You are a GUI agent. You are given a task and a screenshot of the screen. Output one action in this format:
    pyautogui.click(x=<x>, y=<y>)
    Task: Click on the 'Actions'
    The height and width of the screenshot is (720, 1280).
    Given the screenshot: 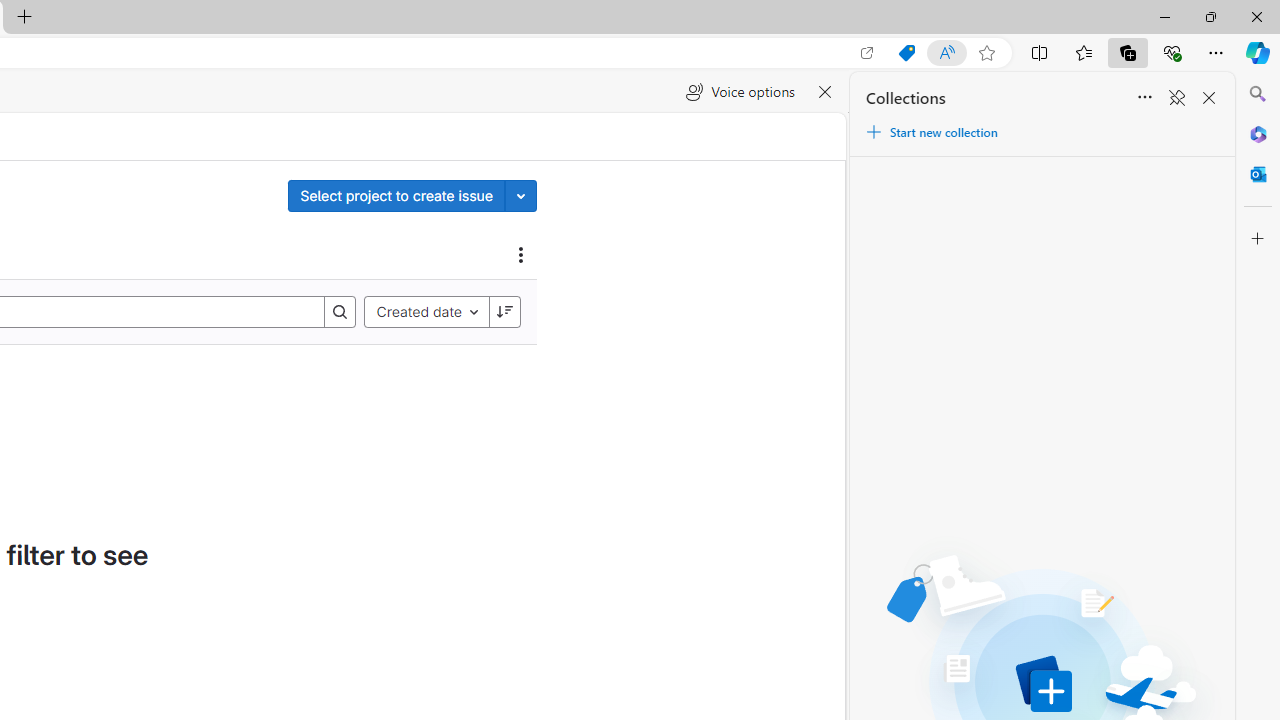 What is the action you would take?
    pyautogui.click(x=521, y=253)
    